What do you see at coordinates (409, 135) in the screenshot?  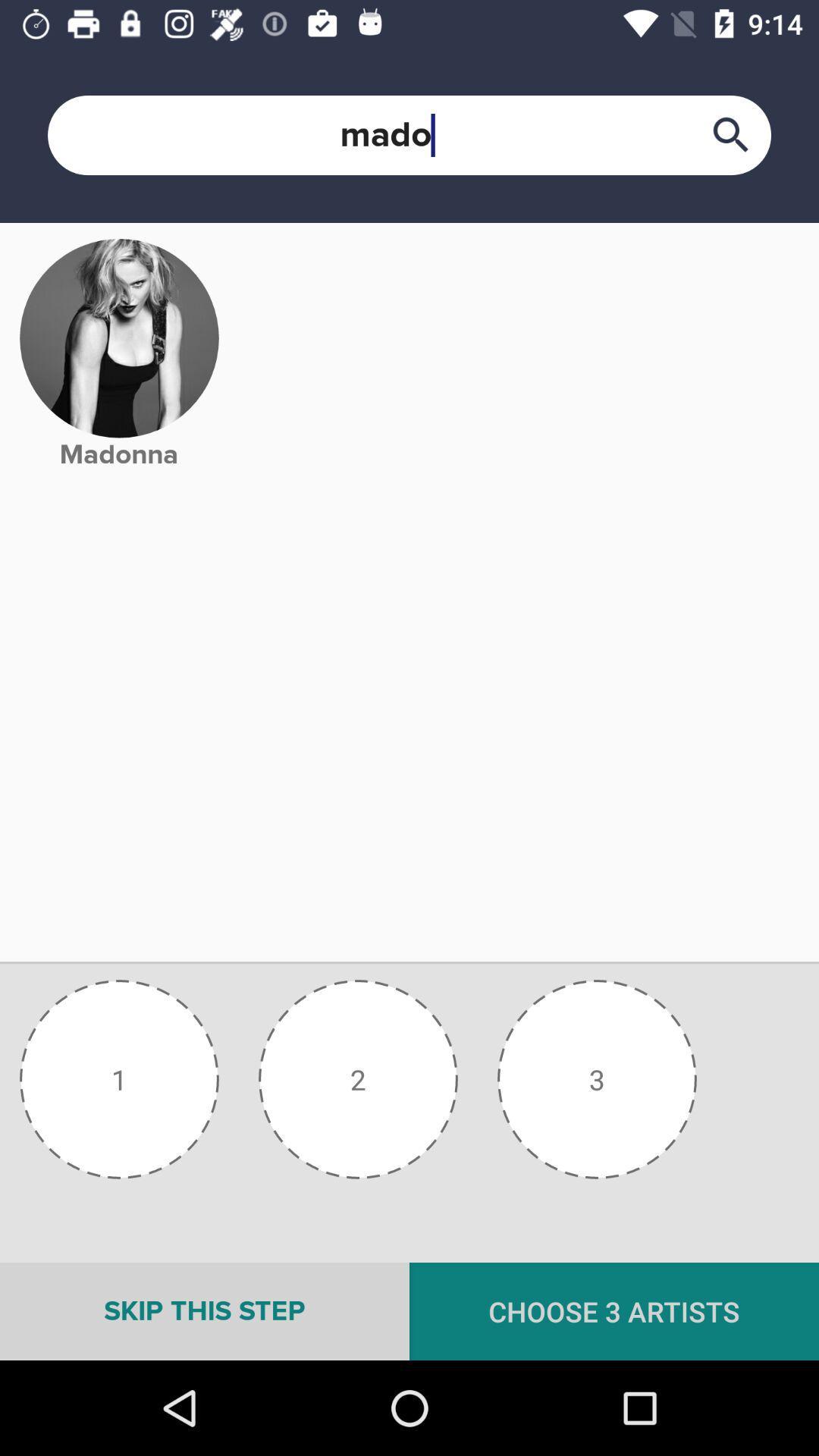 I see `the mado icon` at bounding box center [409, 135].